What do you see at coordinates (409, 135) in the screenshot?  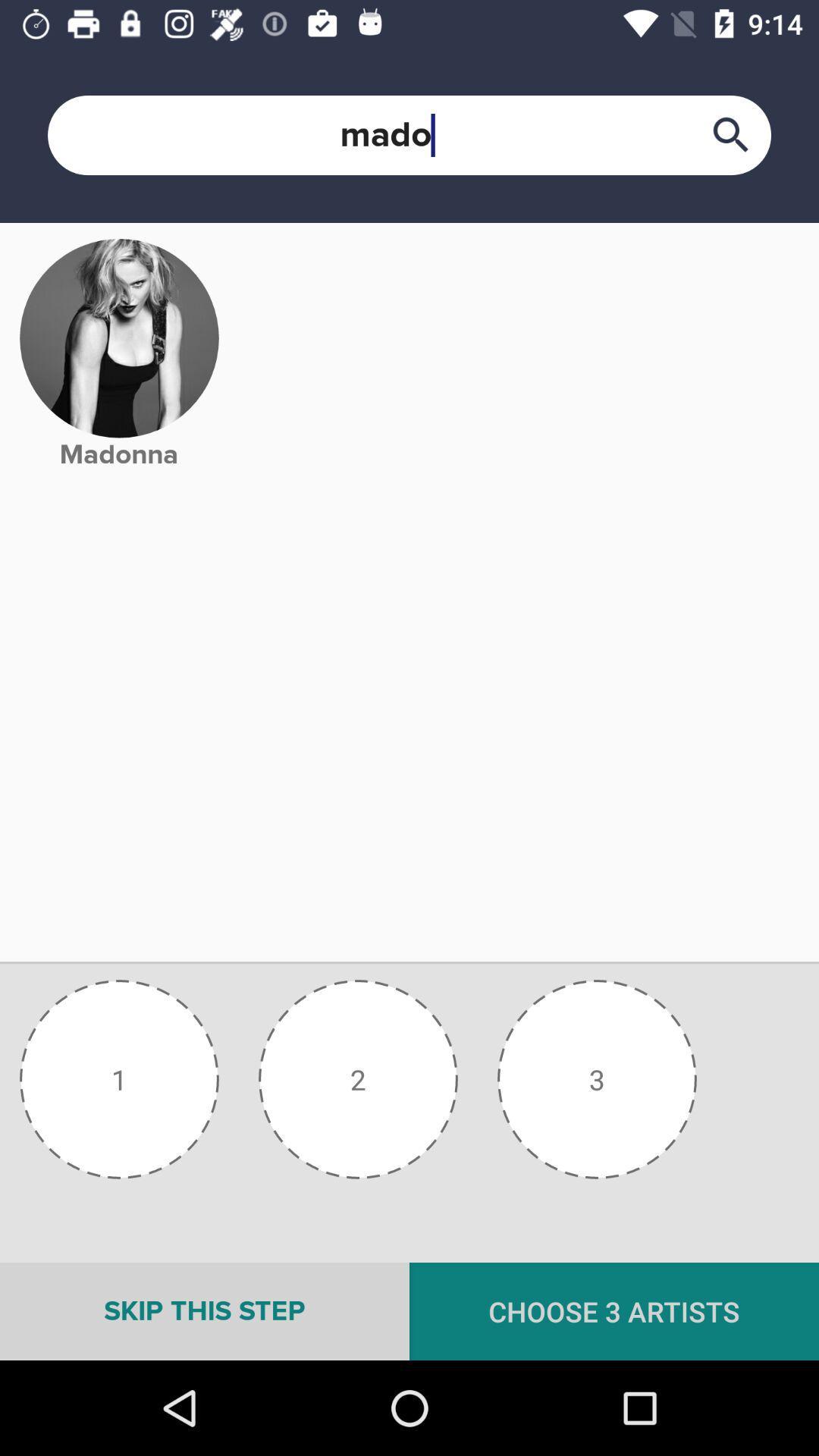 I see `the mado icon` at bounding box center [409, 135].